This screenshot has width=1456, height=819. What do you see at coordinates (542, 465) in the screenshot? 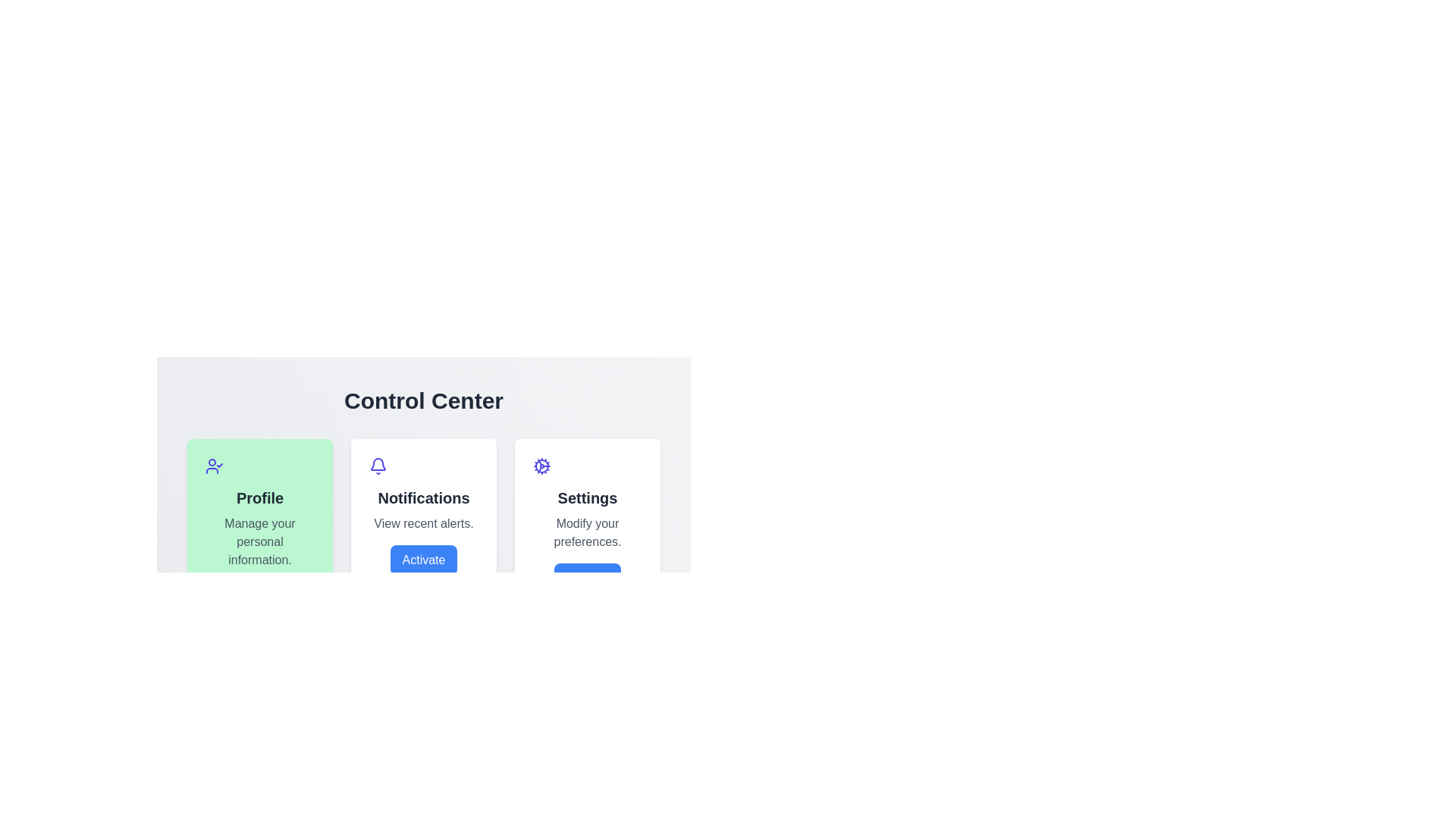
I see `the settings icon located at the center of the card labeled 'Settings', which is the third card from the left in the row below the 'Control Center' title` at bounding box center [542, 465].